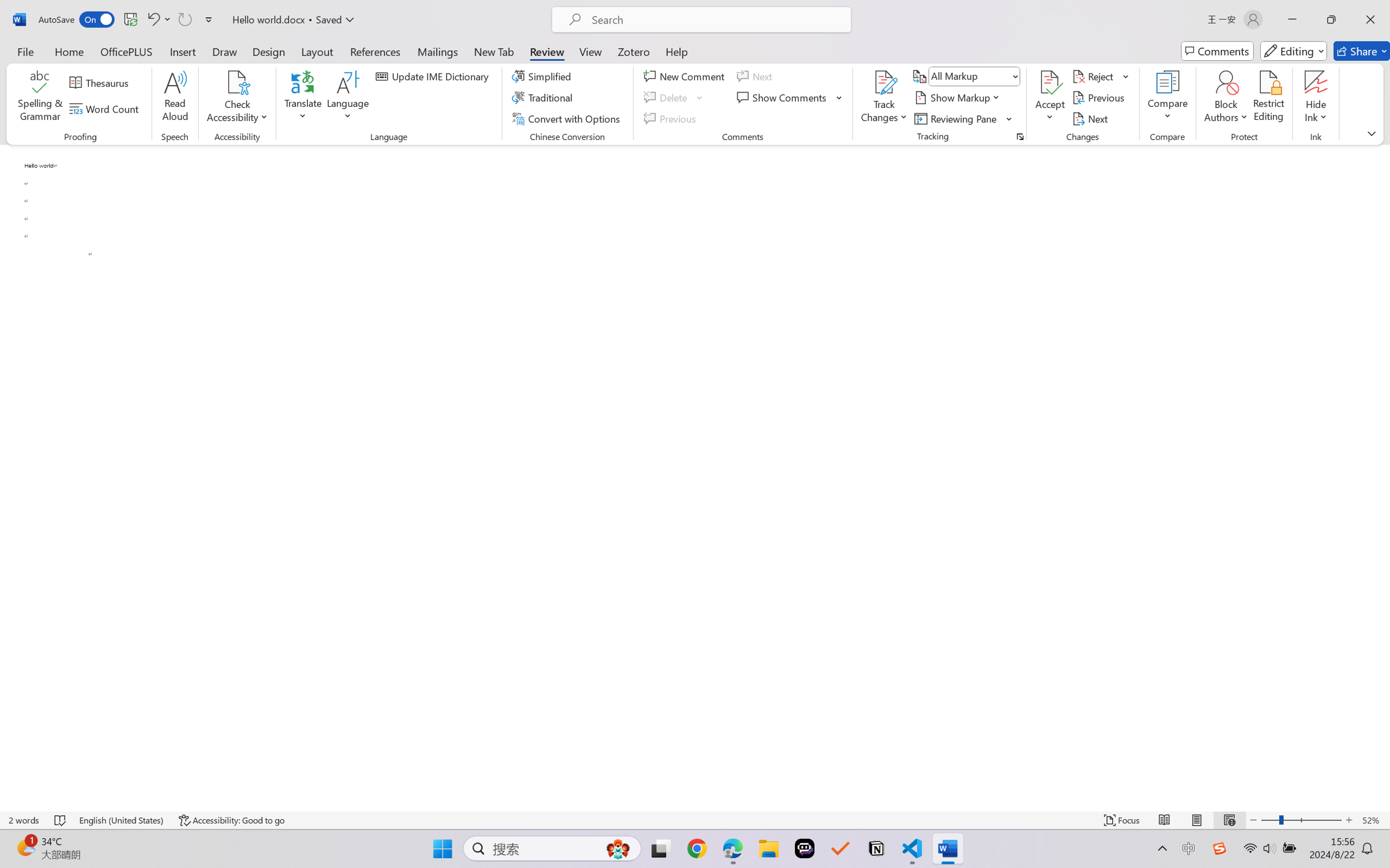 This screenshot has width=1390, height=868. What do you see at coordinates (316, 51) in the screenshot?
I see `'Layout'` at bounding box center [316, 51].